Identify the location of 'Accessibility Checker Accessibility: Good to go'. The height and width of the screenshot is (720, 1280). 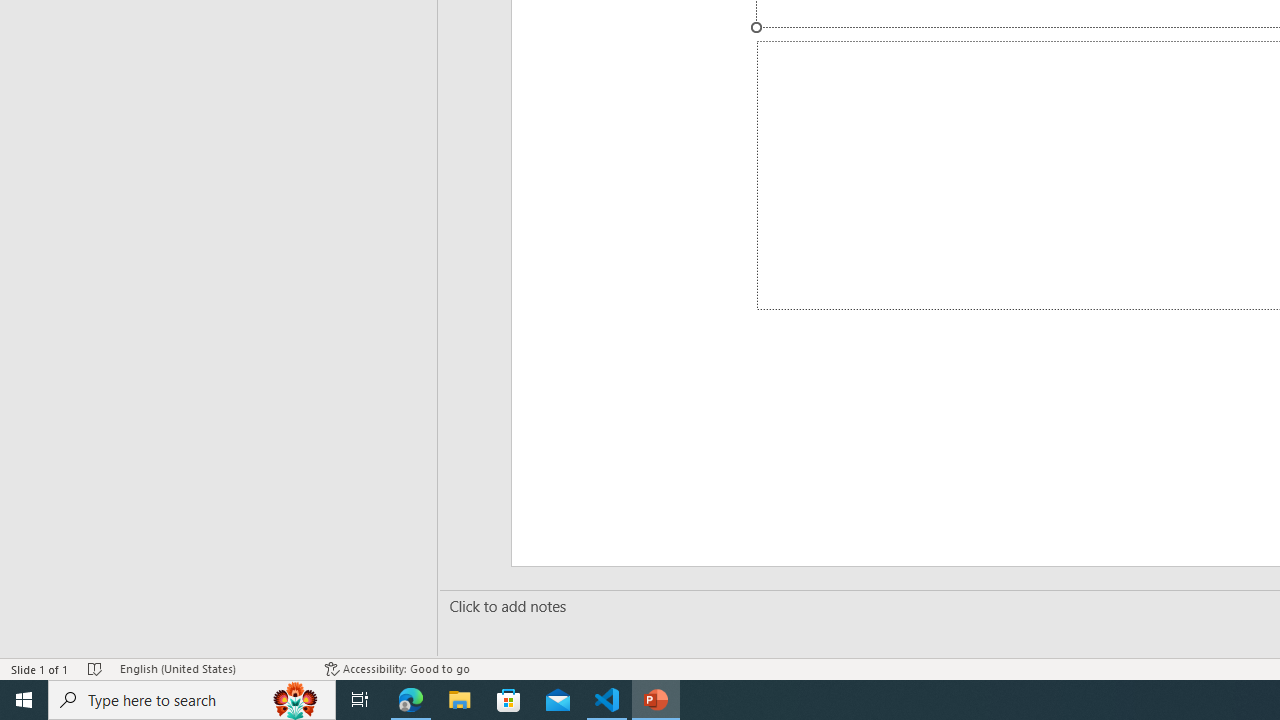
(397, 669).